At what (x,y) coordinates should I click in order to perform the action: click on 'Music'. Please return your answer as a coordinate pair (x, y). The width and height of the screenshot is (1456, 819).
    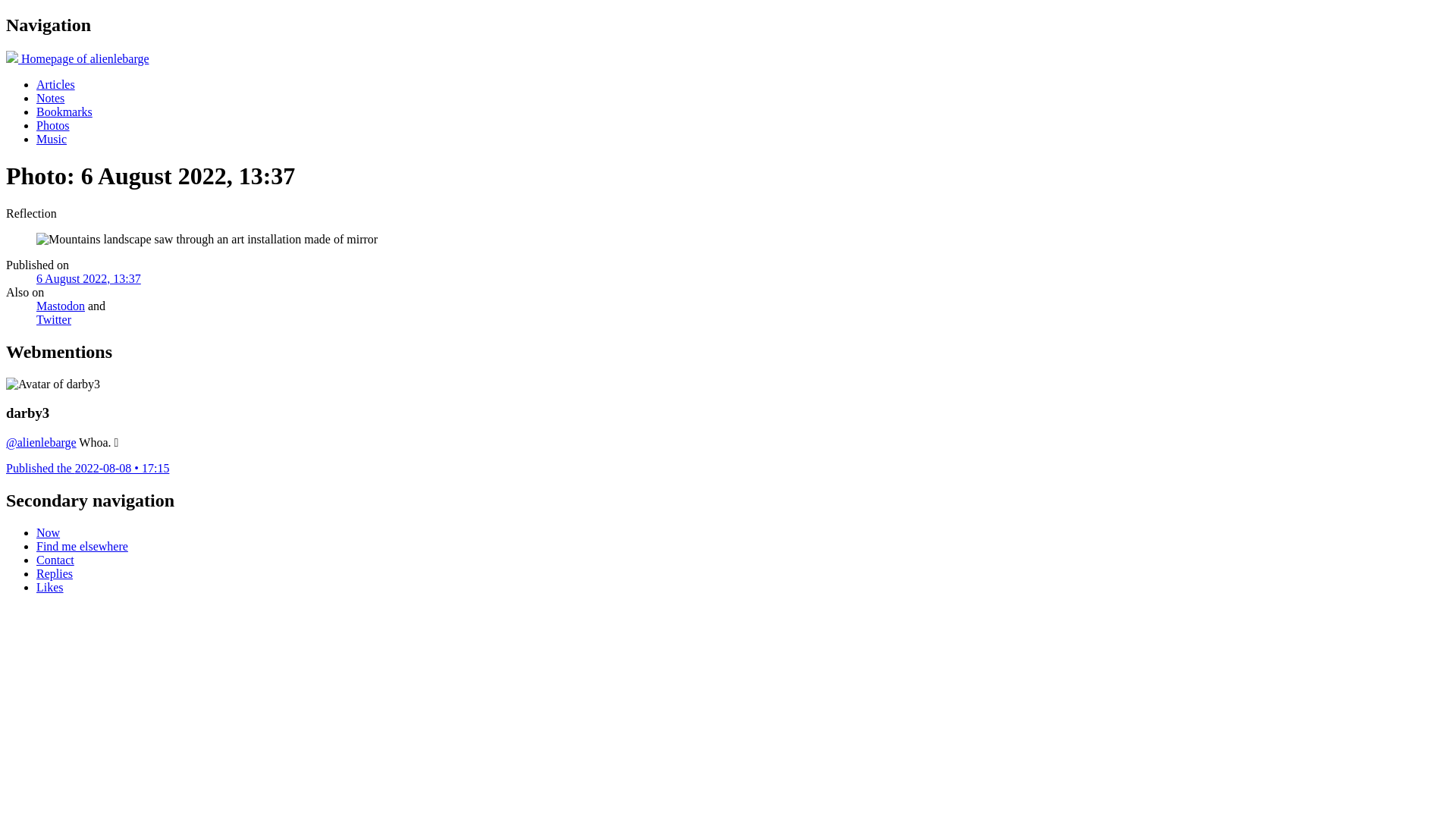
    Looking at the image, I should click on (51, 139).